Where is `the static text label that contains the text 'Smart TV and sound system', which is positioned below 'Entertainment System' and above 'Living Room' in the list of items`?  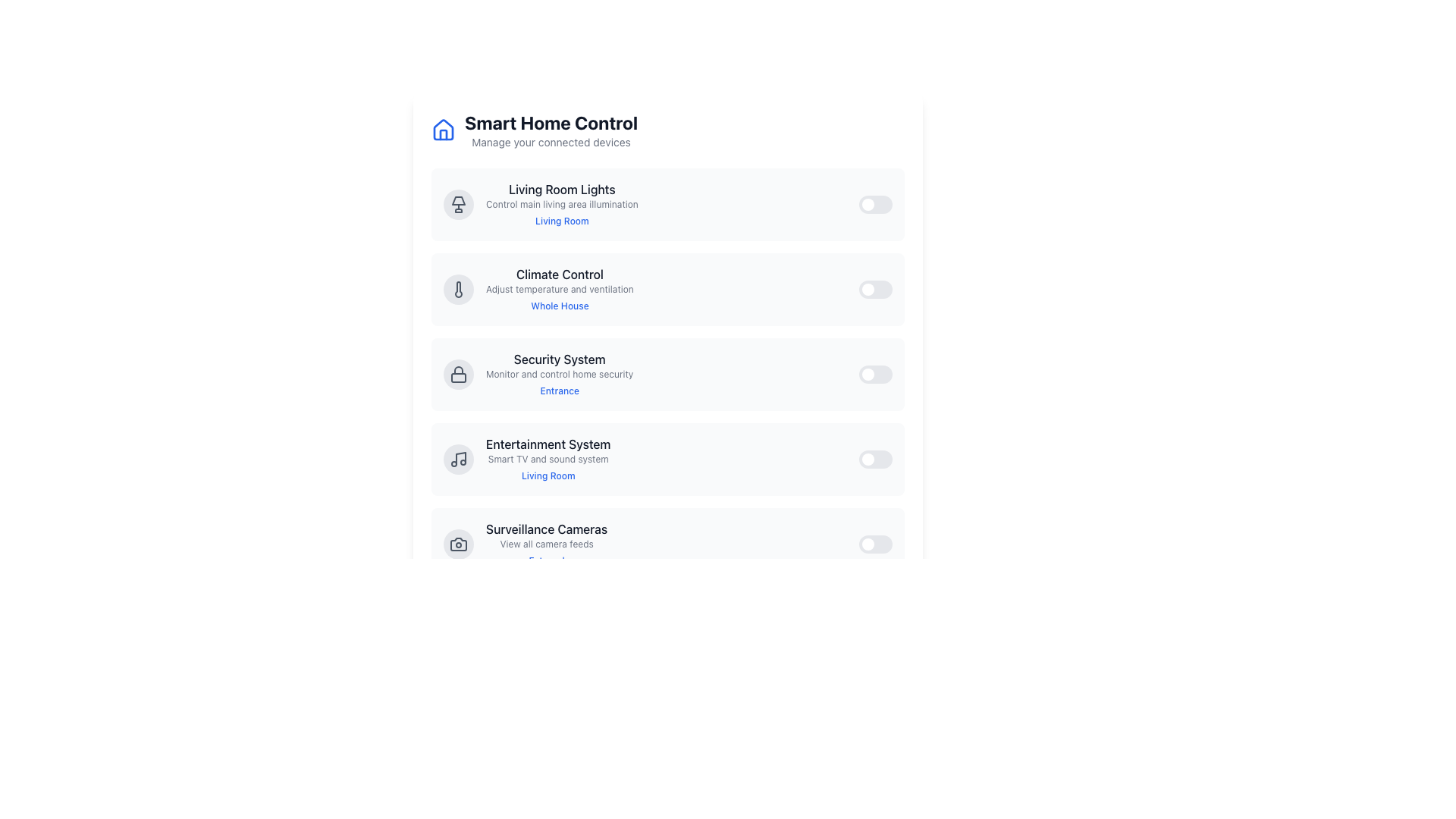 the static text label that contains the text 'Smart TV and sound system', which is positioned below 'Entertainment System' and above 'Living Room' in the list of items is located at coordinates (548, 458).